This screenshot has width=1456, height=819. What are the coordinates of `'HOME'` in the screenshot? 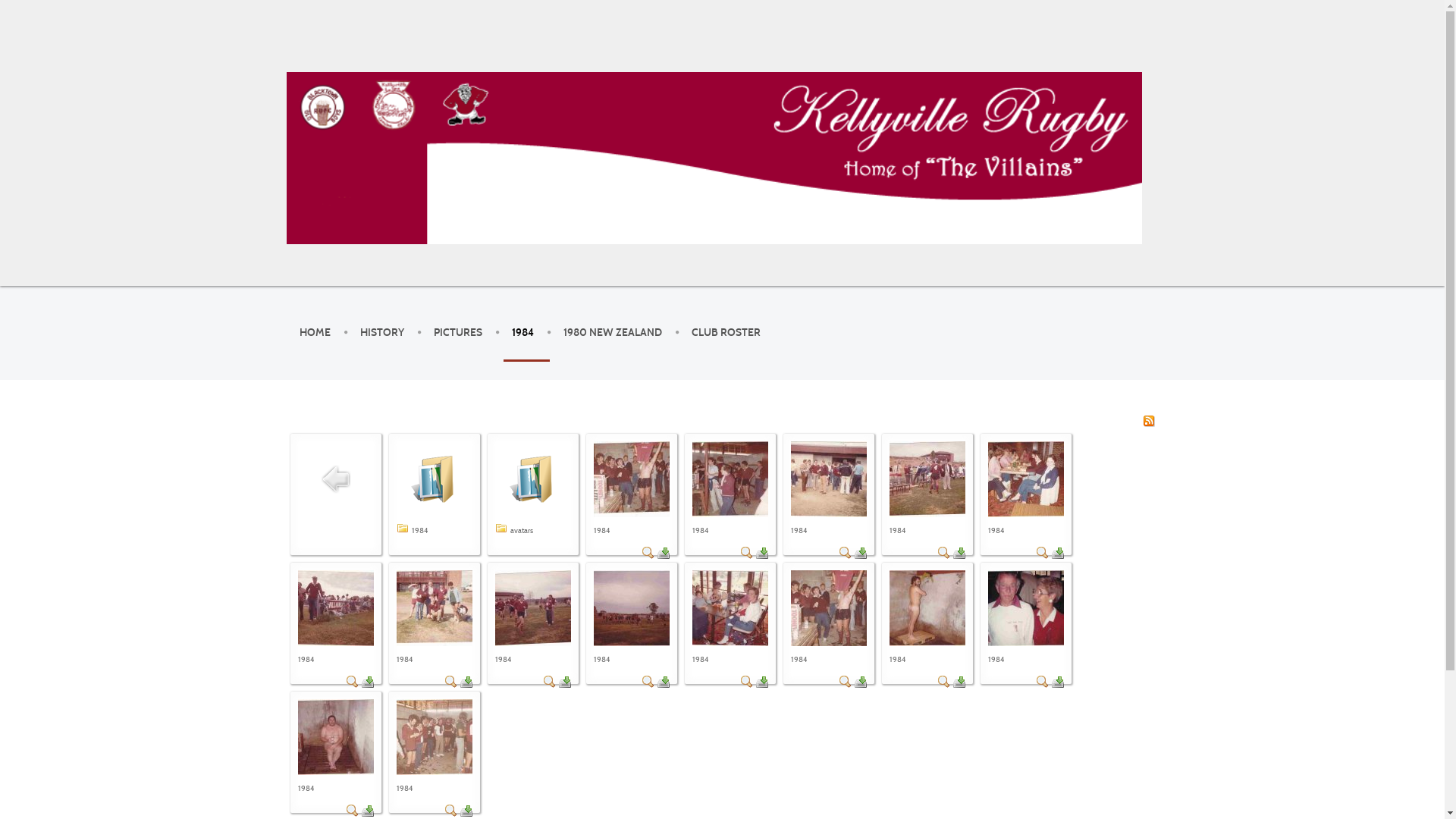 It's located at (313, 332).